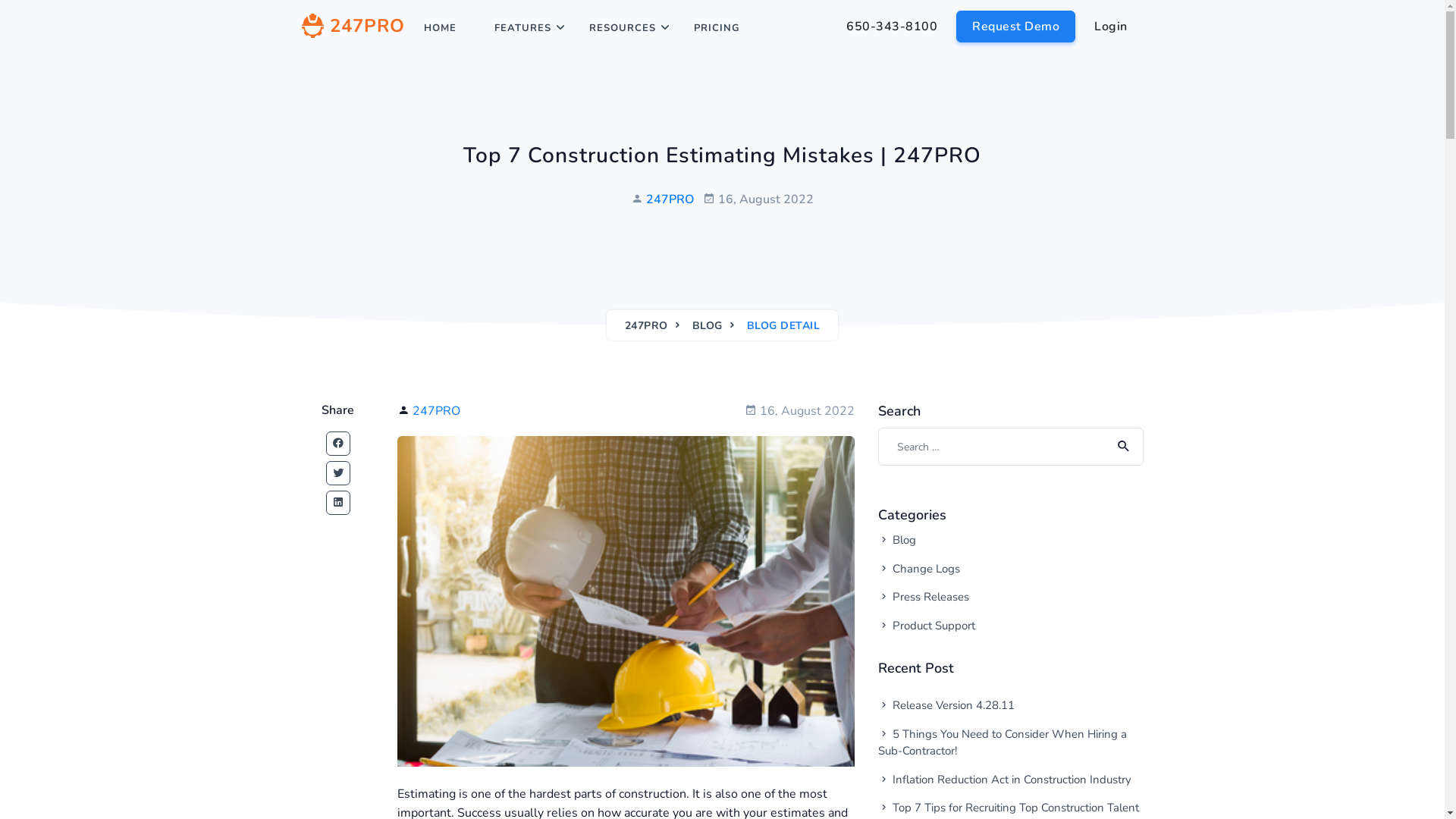 This screenshot has width=1456, height=819. I want to click on 'Click to share on Facebook', so click(325, 444).